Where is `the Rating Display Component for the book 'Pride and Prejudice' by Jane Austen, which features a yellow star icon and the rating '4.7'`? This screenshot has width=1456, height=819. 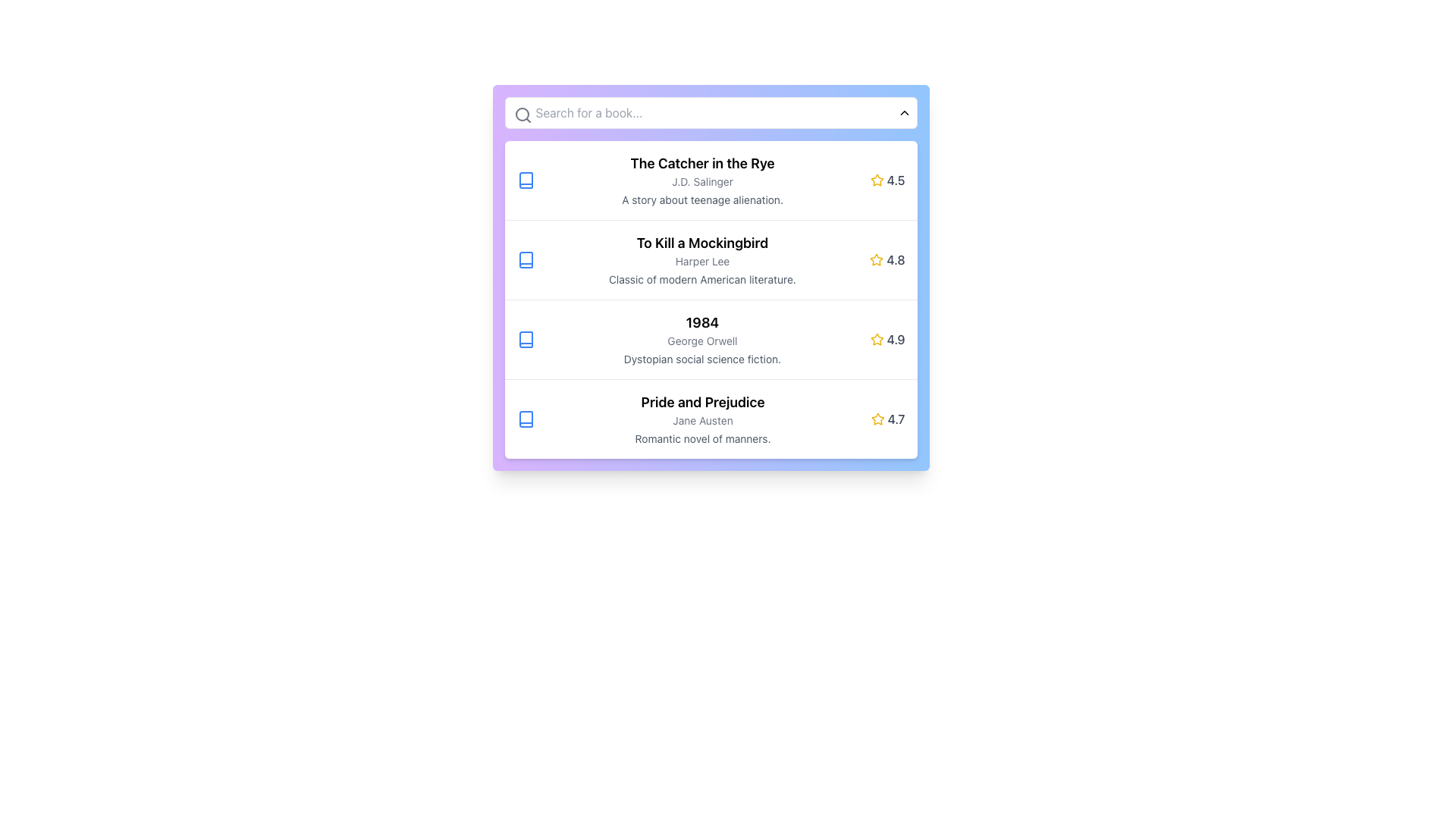 the Rating Display Component for the book 'Pride and Prejudice' by Jane Austen, which features a yellow star icon and the rating '4.7' is located at coordinates (888, 419).